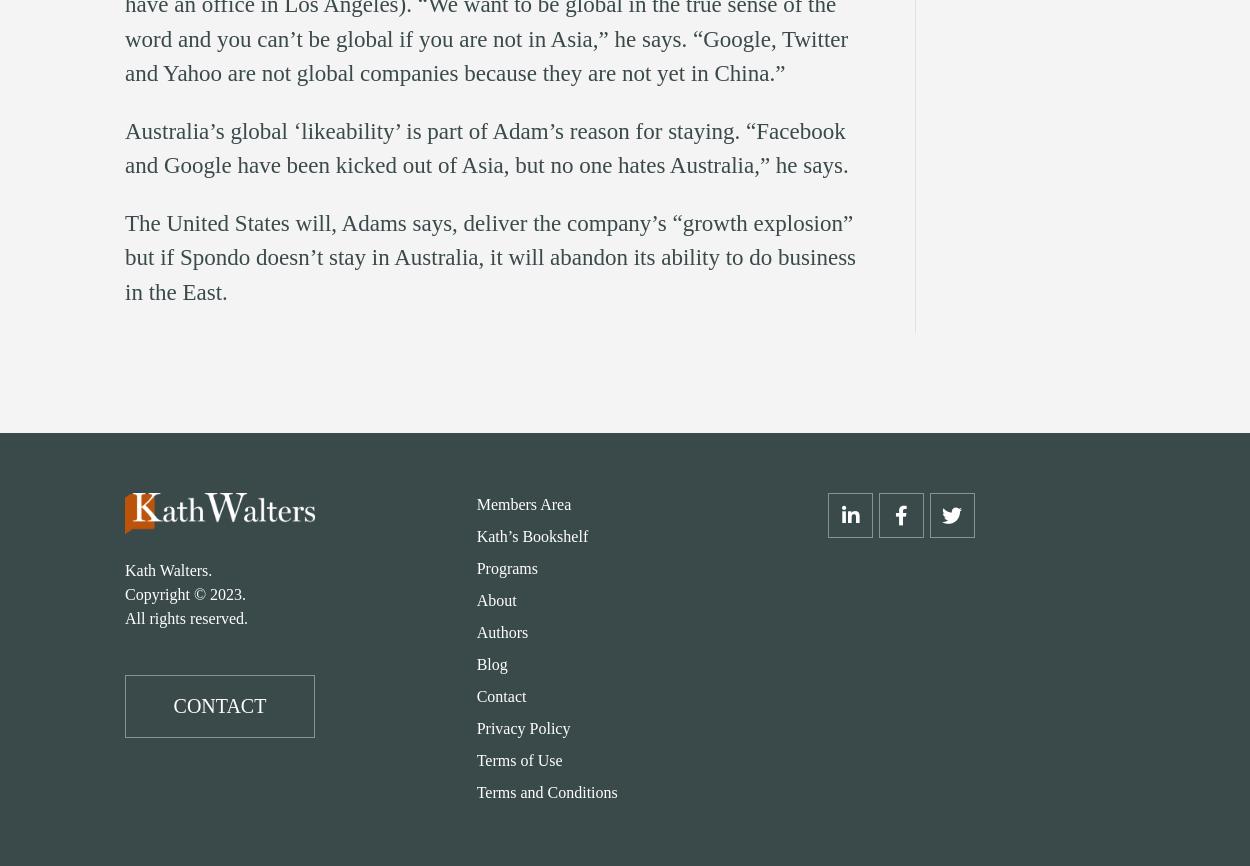 This screenshot has width=1250, height=866. Describe the element at coordinates (546, 791) in the screenshot. I see `'Terms and Conditions'` at that location.